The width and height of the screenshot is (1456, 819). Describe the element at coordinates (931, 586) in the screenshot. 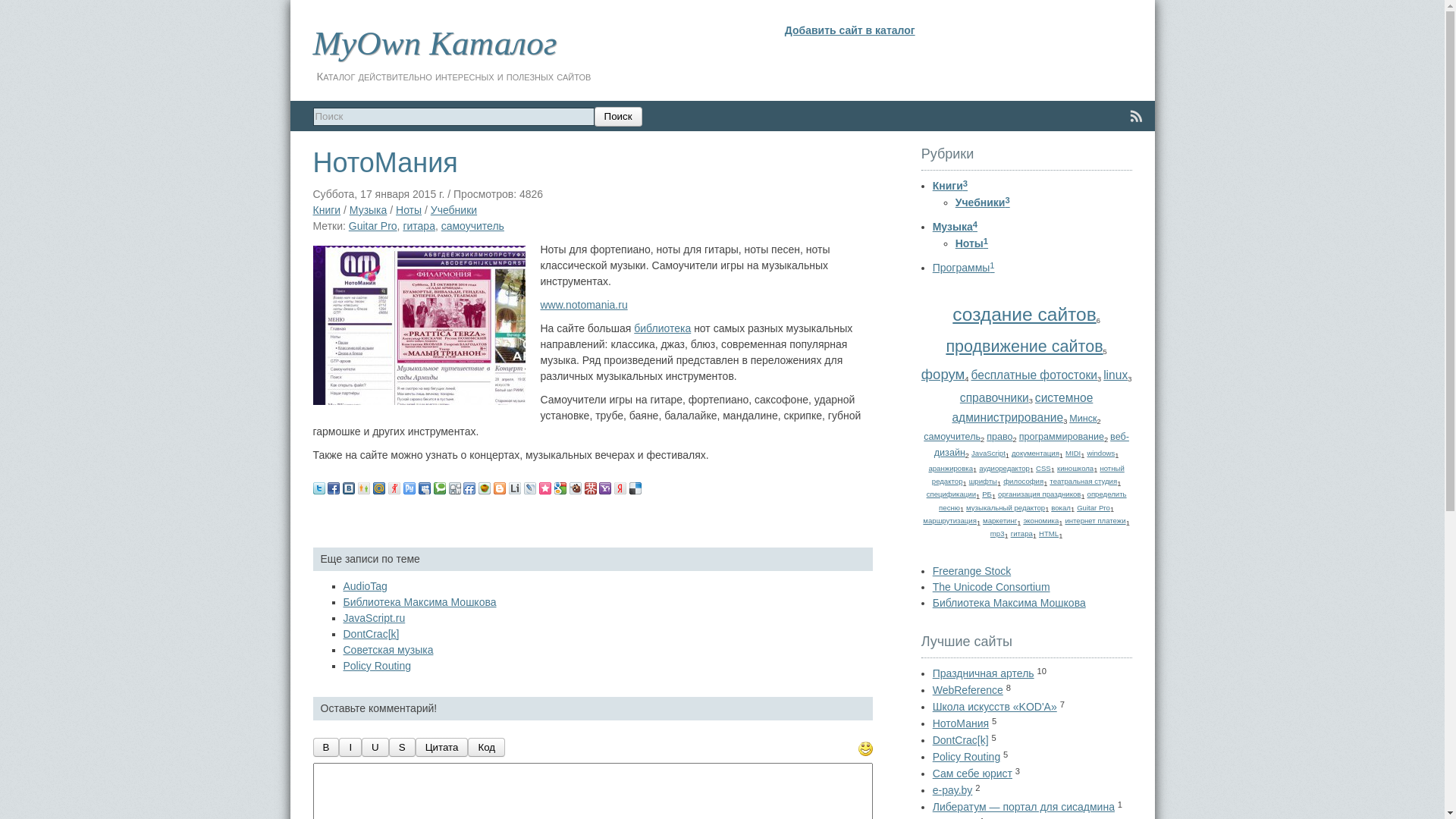

I see `'The Unicode Consortium'` at that location.